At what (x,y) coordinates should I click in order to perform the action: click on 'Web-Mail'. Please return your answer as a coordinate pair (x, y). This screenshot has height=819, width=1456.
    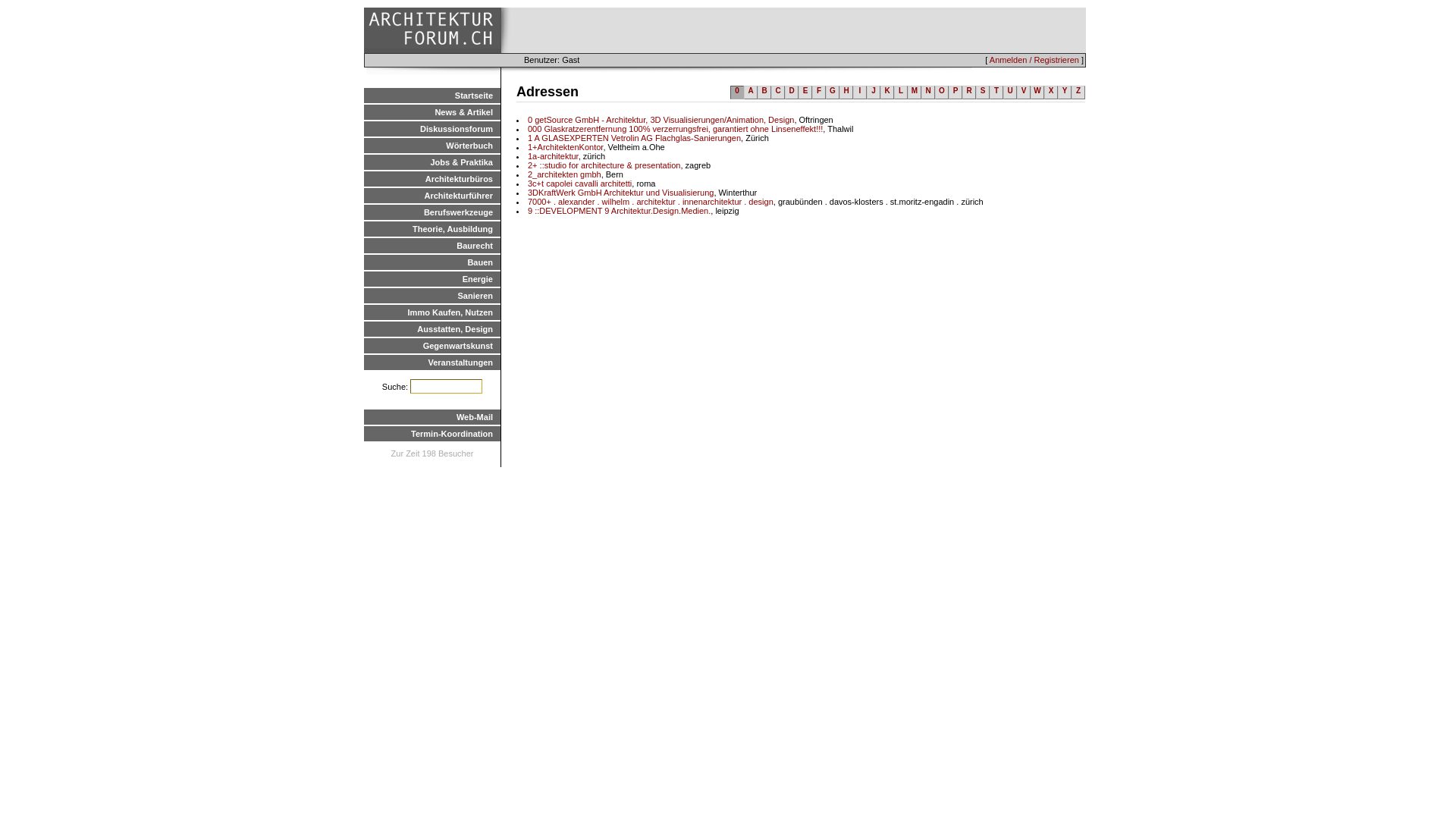
    Looking at the image, I should click on (431, 417).